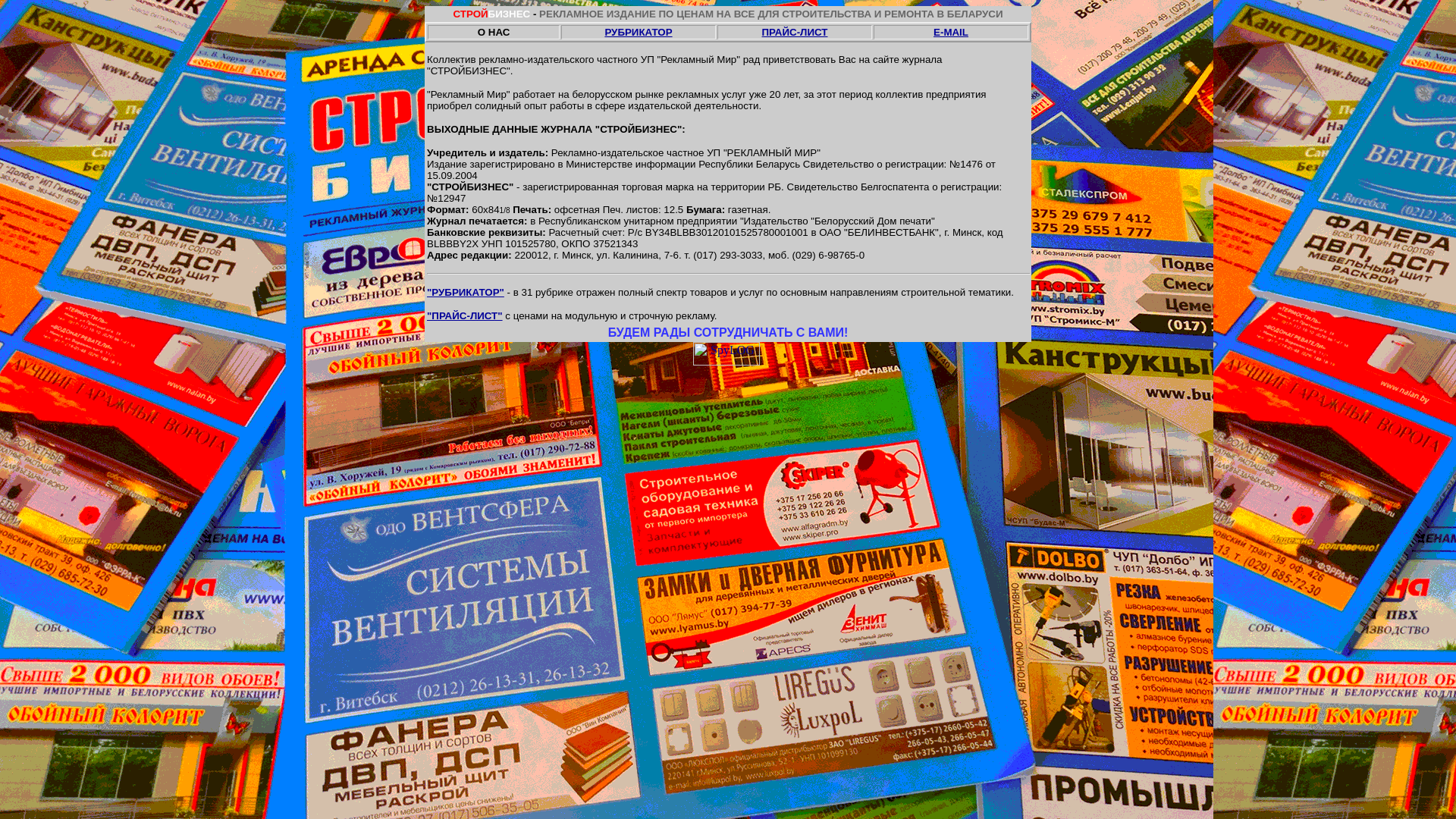  I want to click on 'E-MAIL', so click(949, 32).